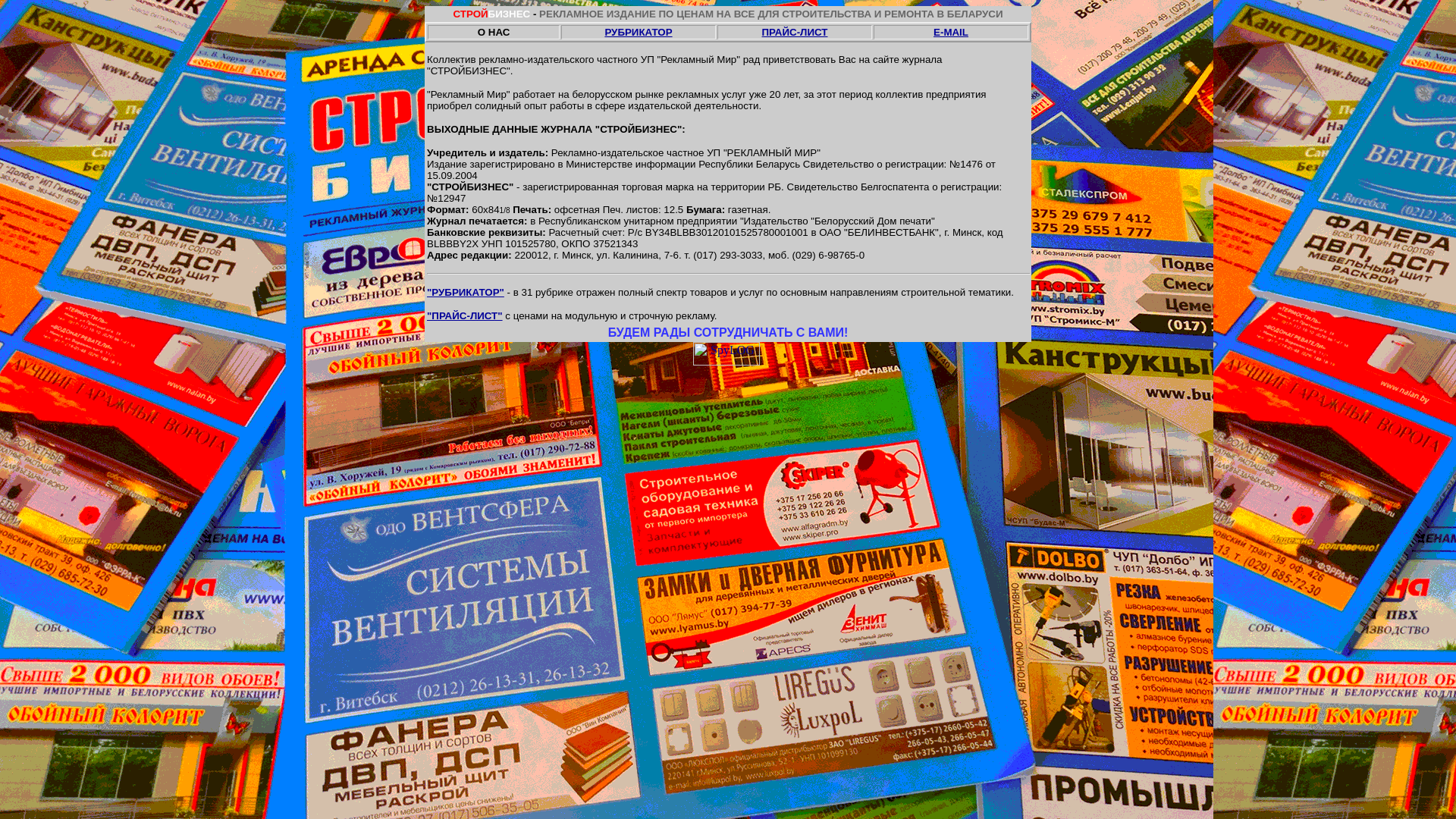  I want to click on 'E-MAIL', so click(949, 32).